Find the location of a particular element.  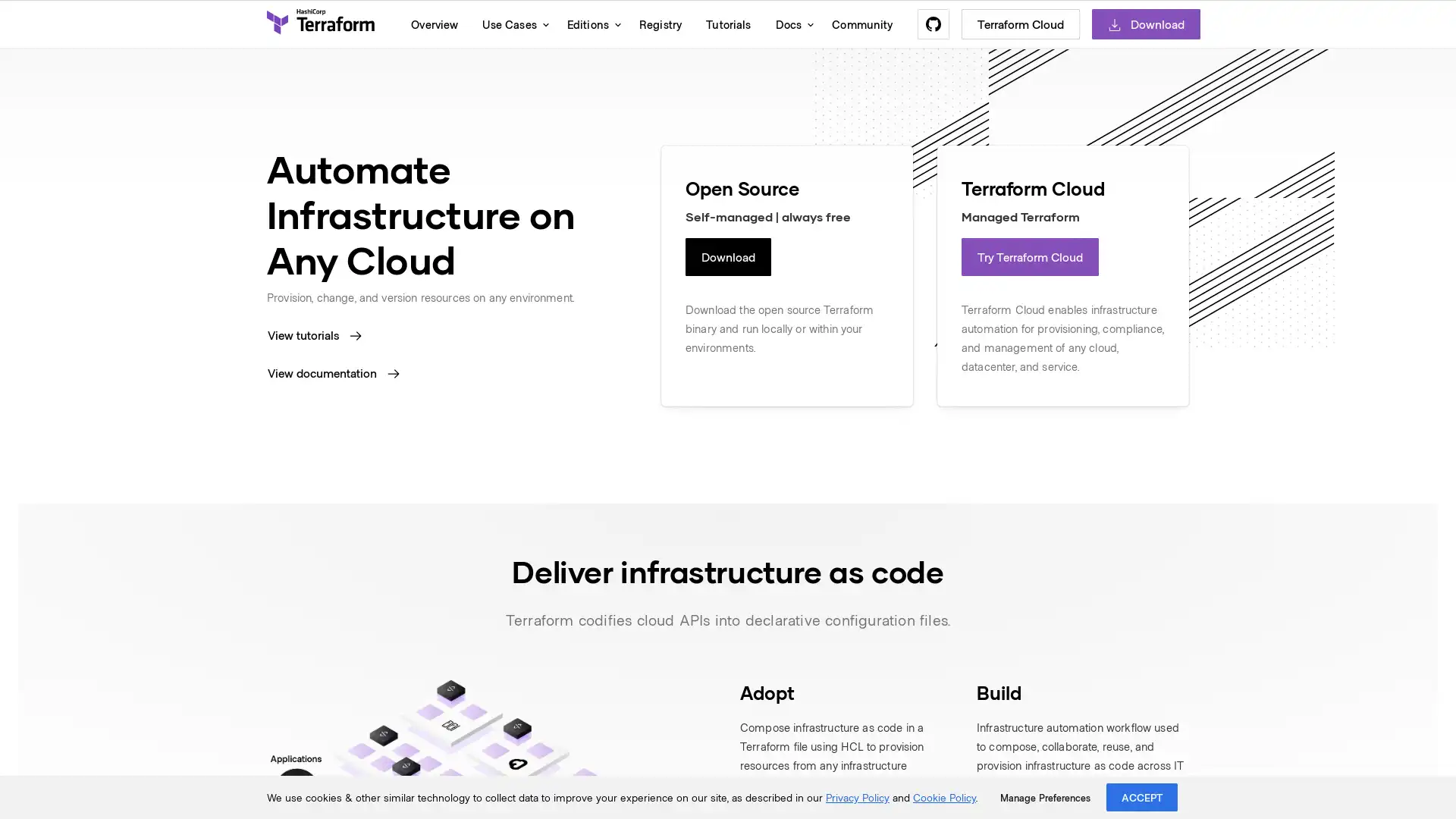

Use Cases is located at coordinates (512, 24).